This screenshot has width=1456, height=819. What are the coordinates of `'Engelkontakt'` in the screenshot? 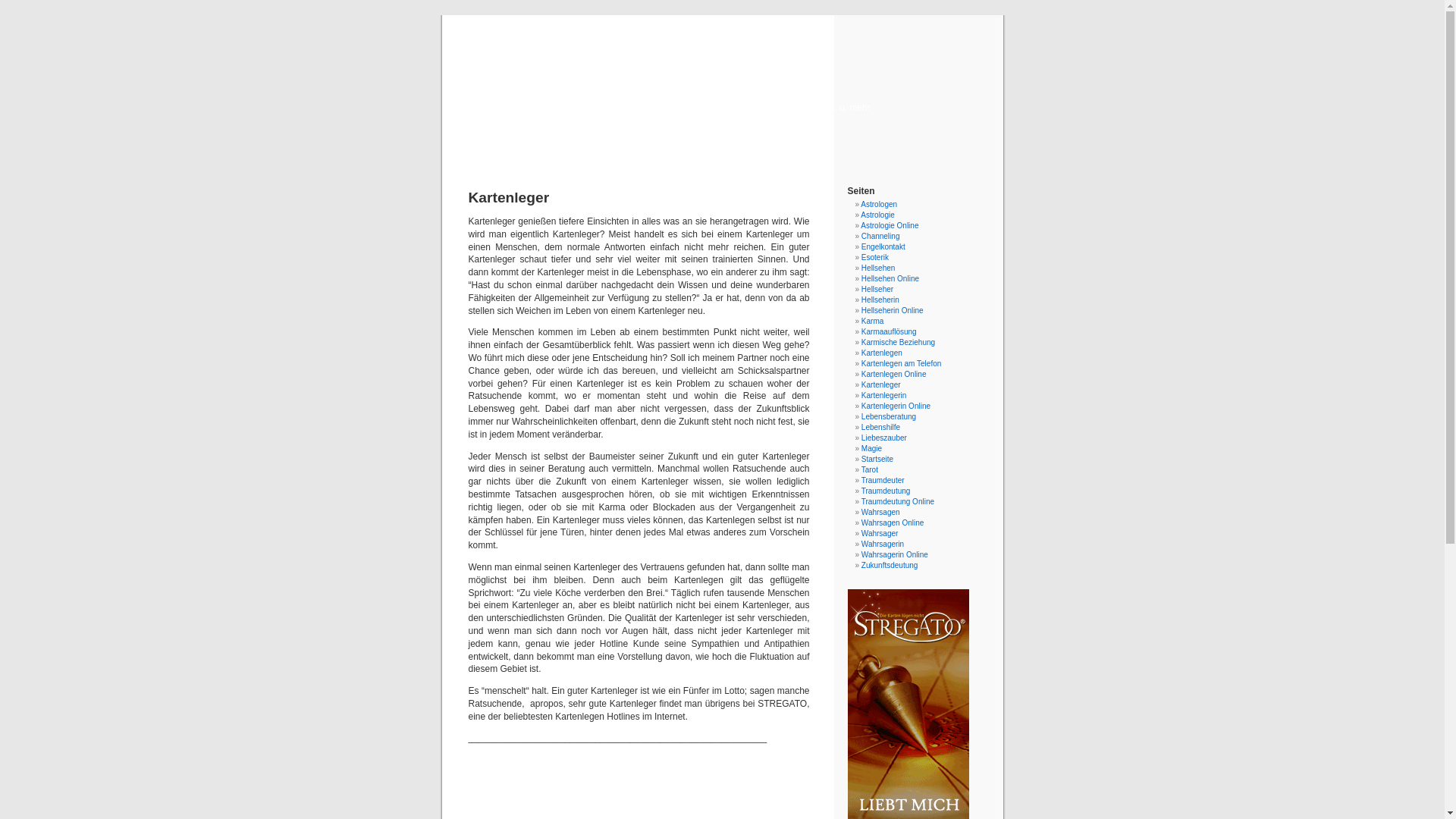 It's located at (883, 246).